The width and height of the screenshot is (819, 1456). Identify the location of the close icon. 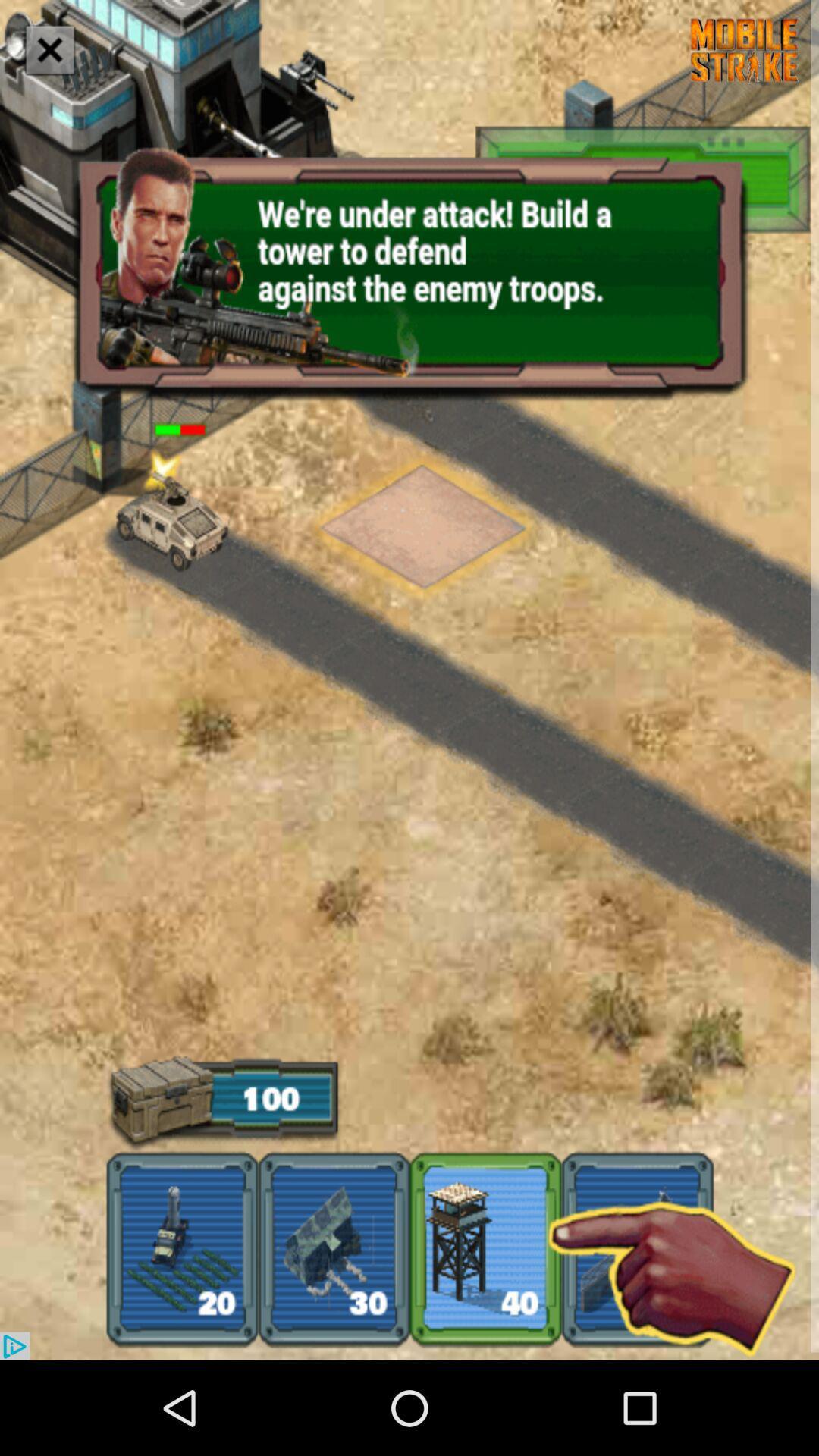
(49, 53).